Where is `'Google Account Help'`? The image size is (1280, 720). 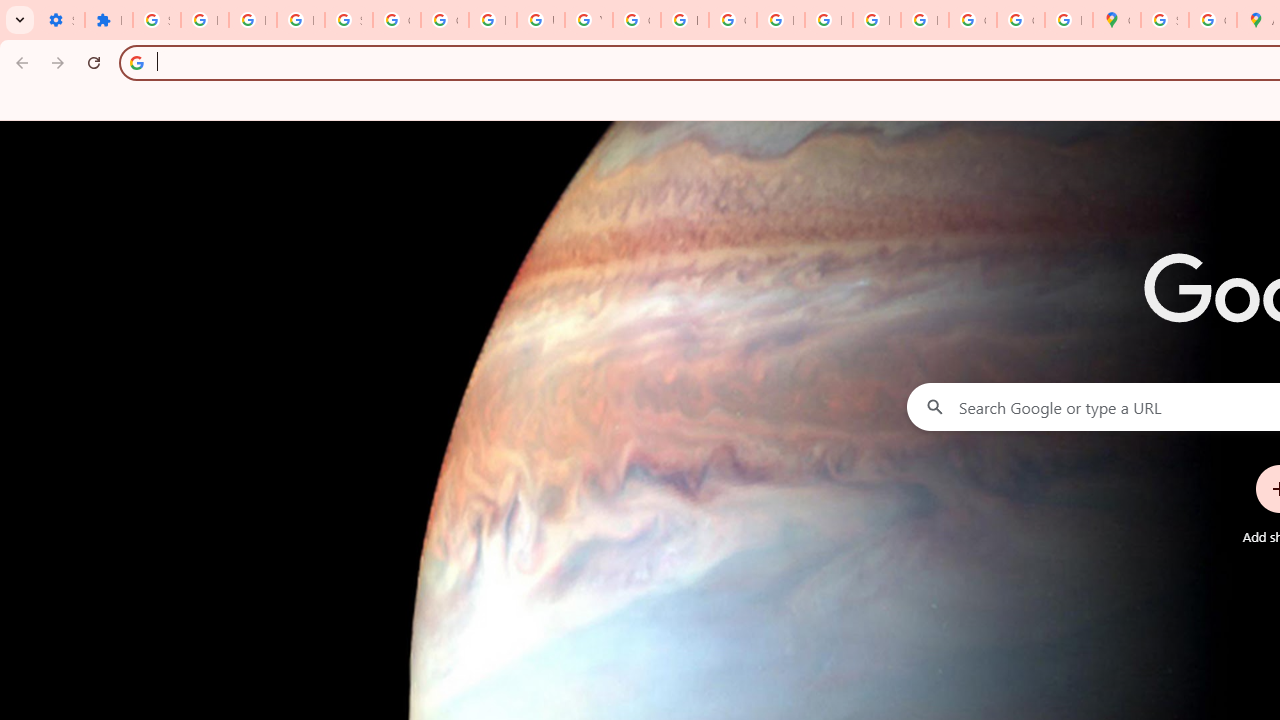 'Google Account Help' is located at coordinates (443, 20).